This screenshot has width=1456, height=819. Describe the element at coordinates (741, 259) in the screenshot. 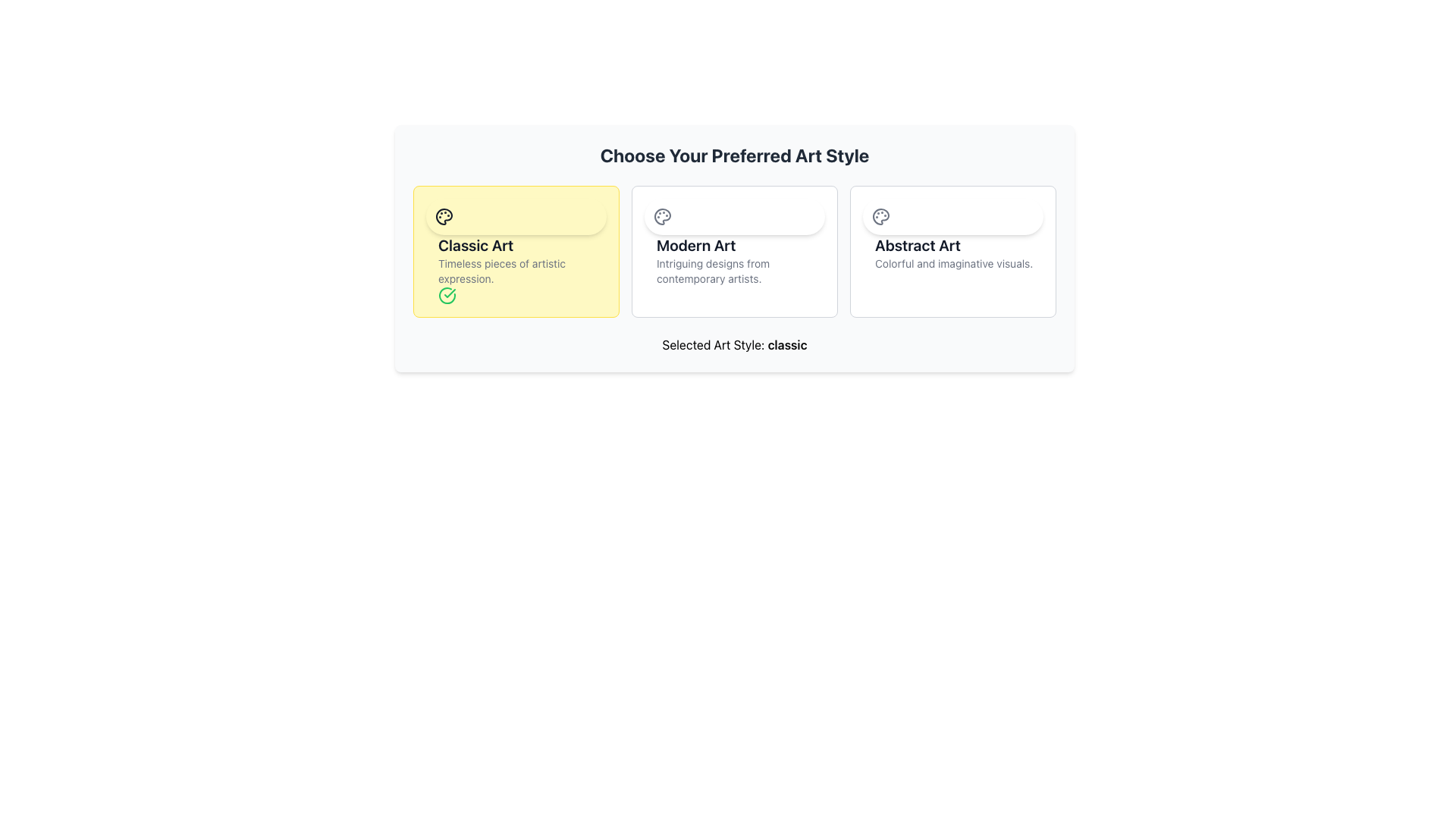

I see `the textual content block describing the 'Modern Art' option, which is the second option in a three-column layout below the heading 'Choose Your Preferred Art Style'` at that location.